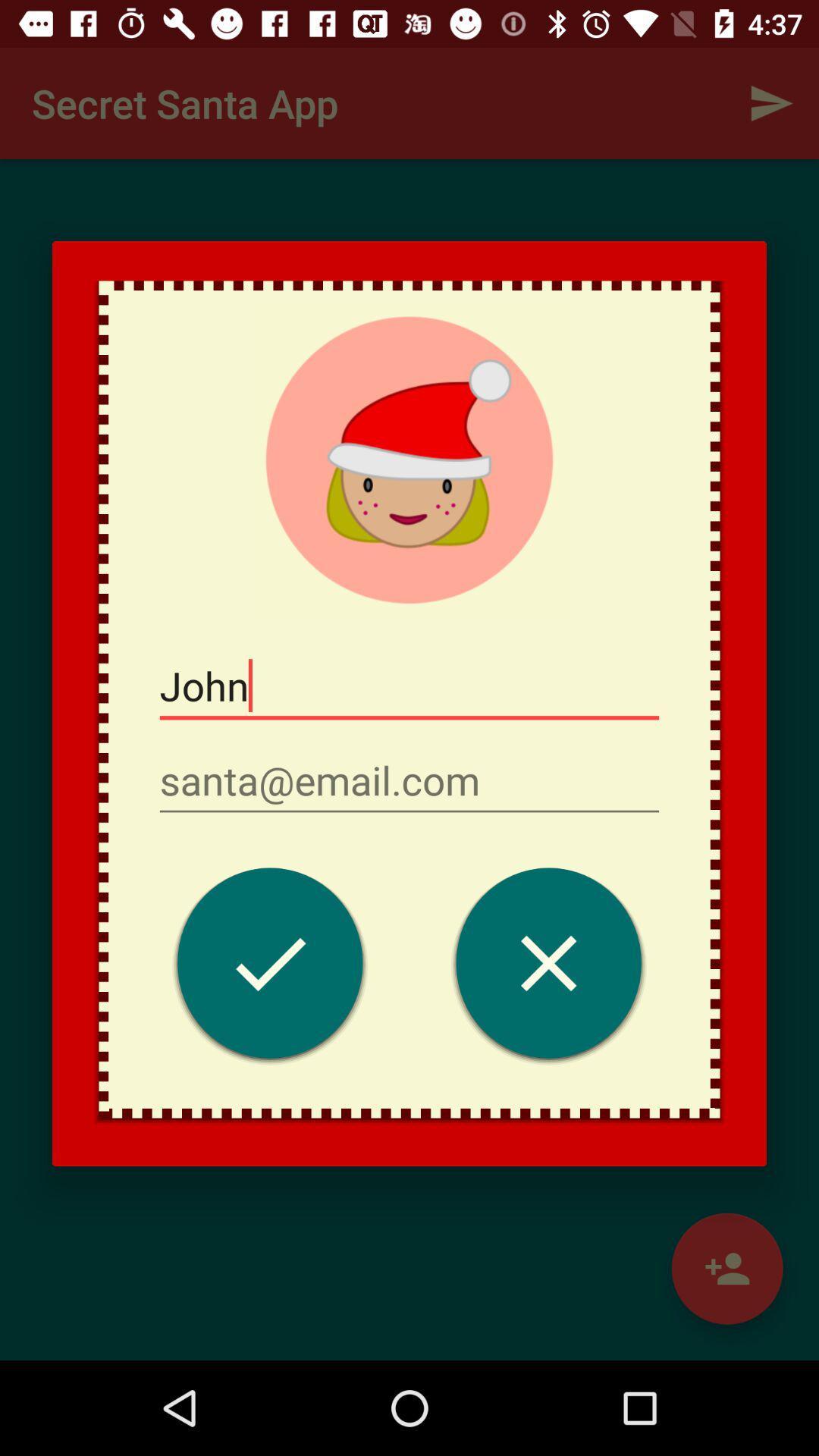 This screenshot has height=1456, width=819. I want to click on icon on the right, so click(548, 966).